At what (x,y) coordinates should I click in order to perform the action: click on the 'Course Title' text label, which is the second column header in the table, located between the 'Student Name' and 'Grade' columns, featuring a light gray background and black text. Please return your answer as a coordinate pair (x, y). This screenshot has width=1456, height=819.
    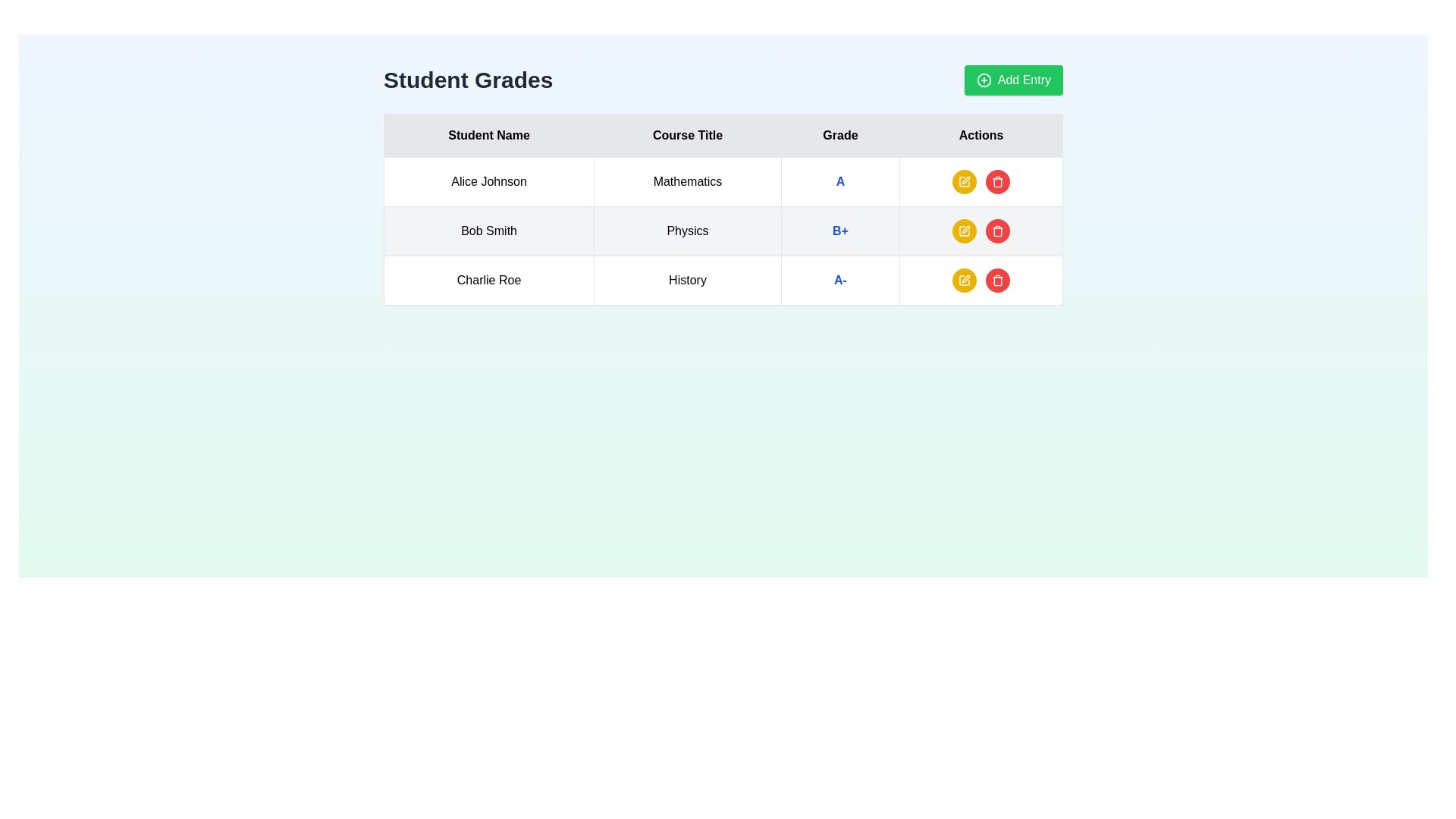
    Looking at the image, I should click on (687, 134).